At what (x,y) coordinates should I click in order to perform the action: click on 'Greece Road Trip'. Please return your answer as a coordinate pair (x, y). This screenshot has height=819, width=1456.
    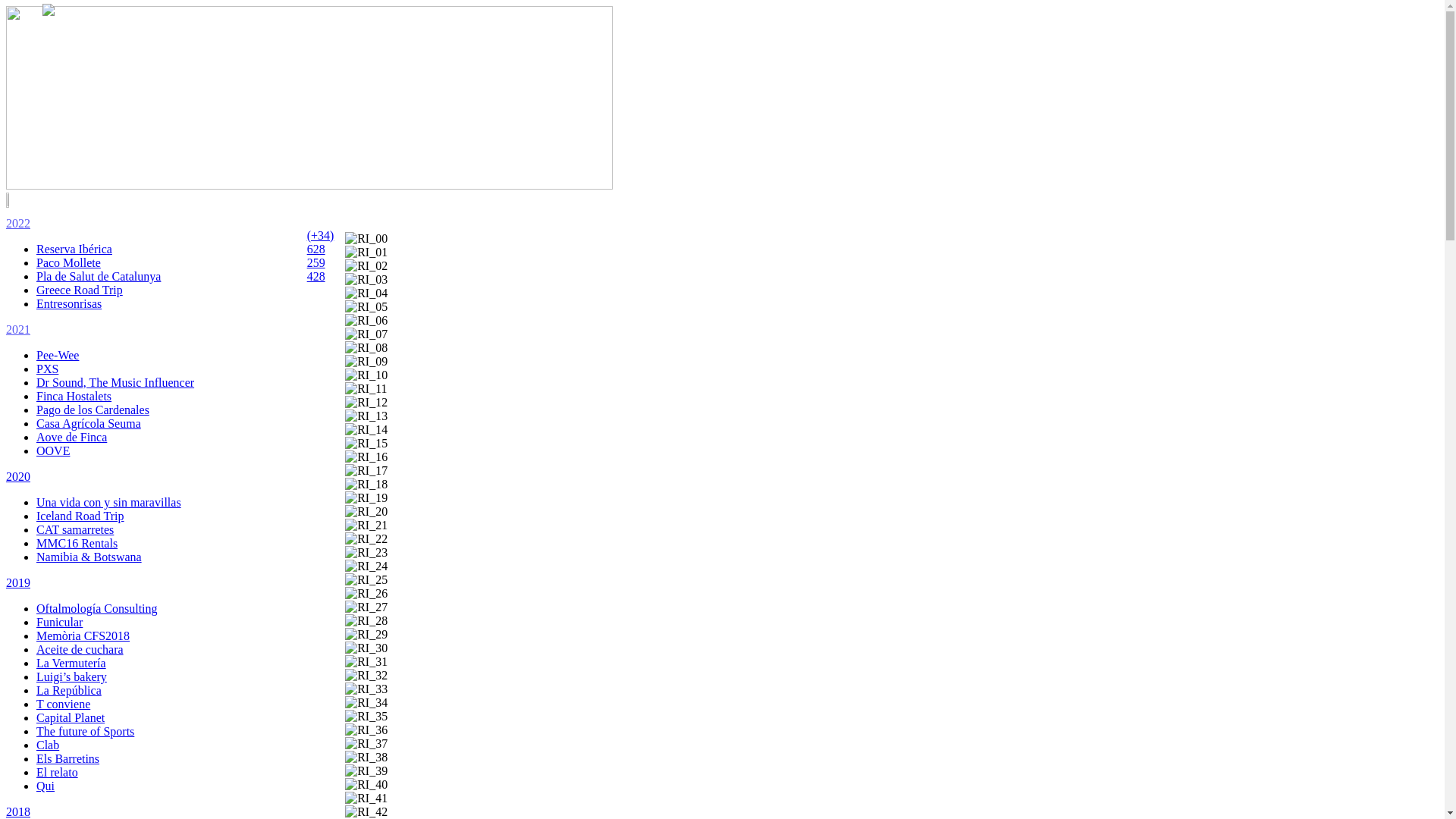
    Looking at the image, I should click on (79, 290).